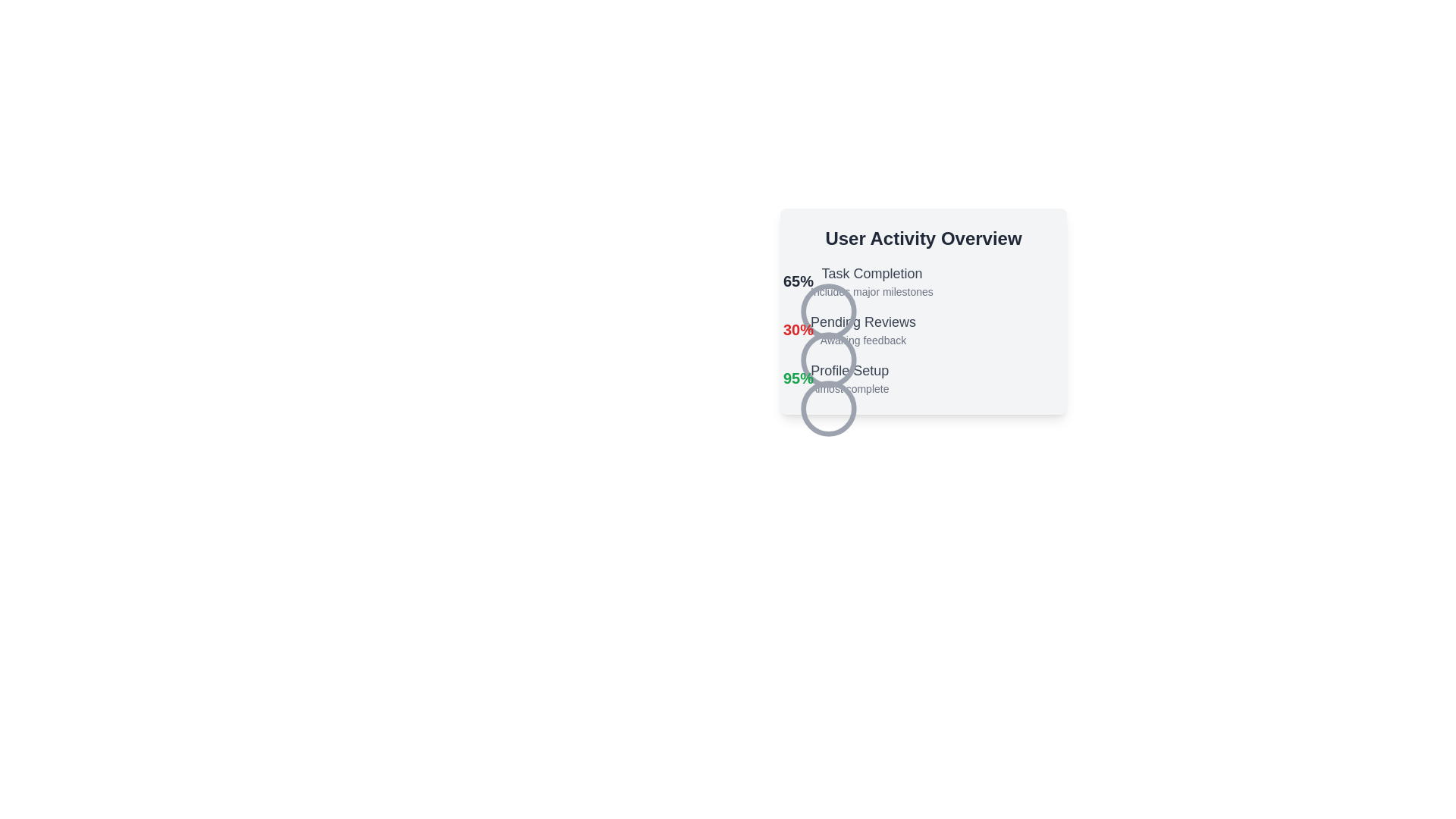 The image size is (1456, 819). Describe the element at coordinates (828, 311) in the screenshot. I see `the circular graphic marker that represents 'Pending Reviews' in the 'User Activity Overview' section` at that location.